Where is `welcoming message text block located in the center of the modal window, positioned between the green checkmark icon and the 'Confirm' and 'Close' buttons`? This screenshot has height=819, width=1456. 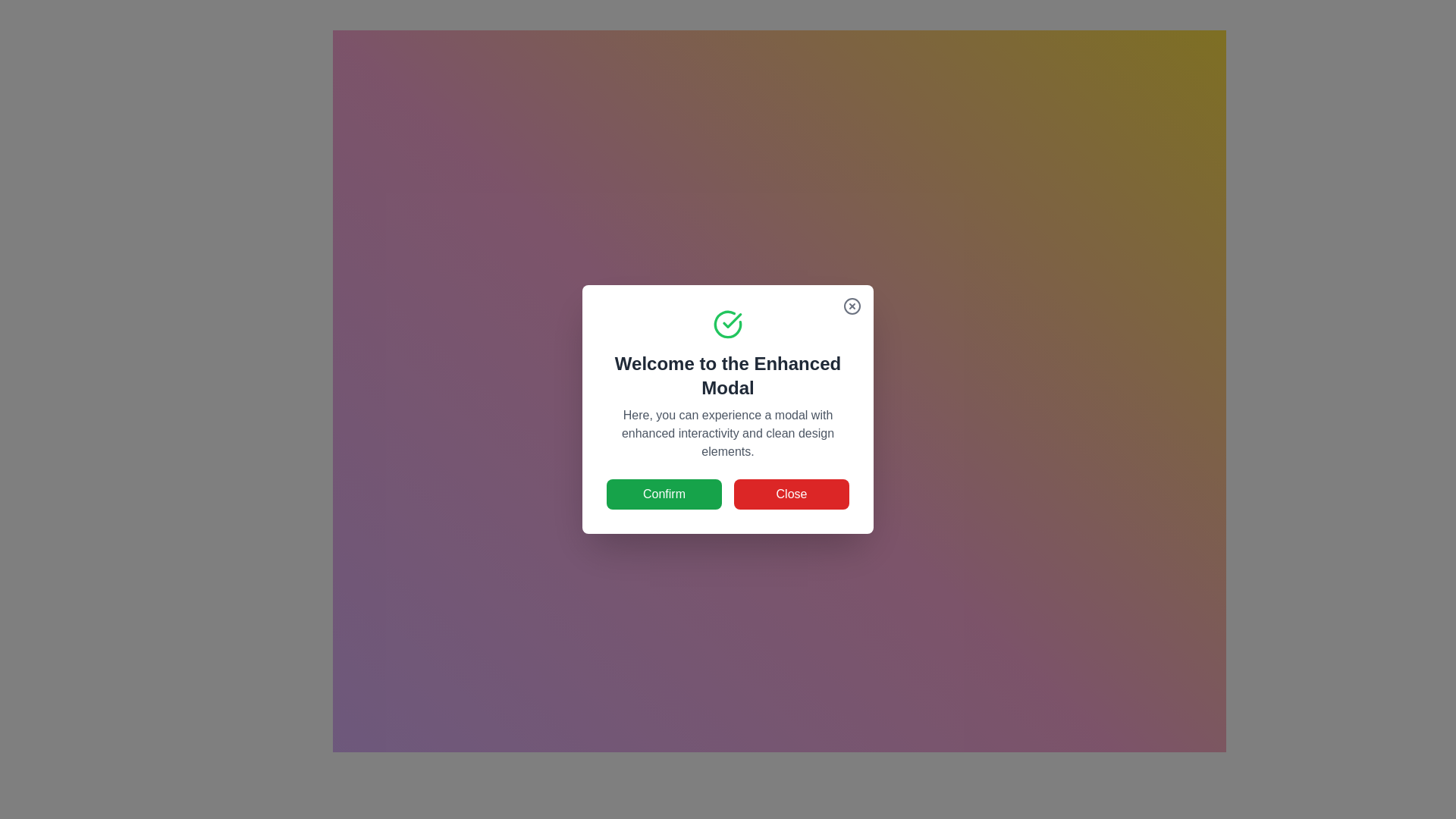 welcoming message text block located in the center of the modal window, positioned between the green checkmark icon and the 'Confirm' and 'Close' buttons is located at coordinates (728, 384).